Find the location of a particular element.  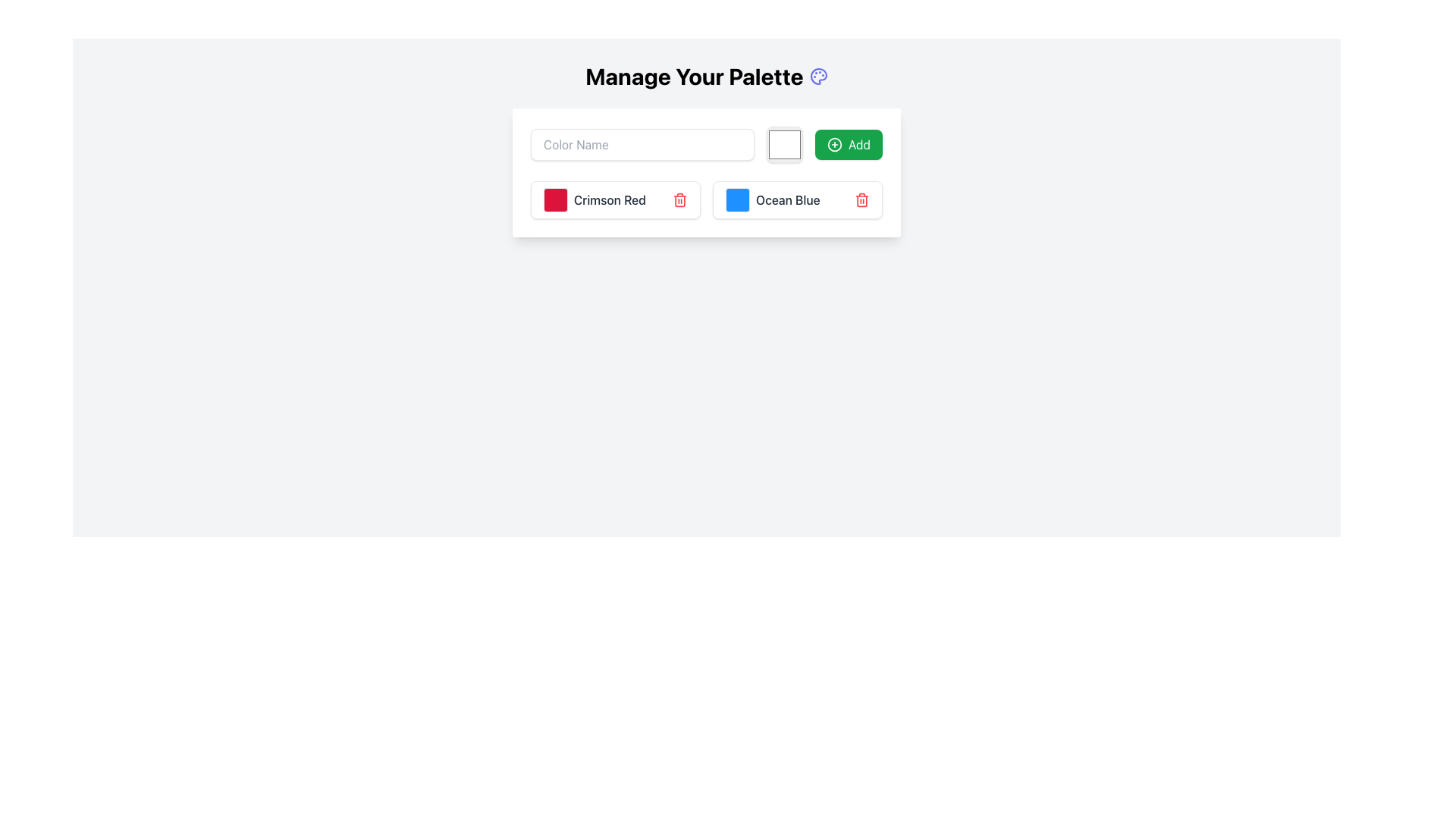

the circular 'Add' icon with a plus sign inside located within the green button is located at coordinates (833, 145).